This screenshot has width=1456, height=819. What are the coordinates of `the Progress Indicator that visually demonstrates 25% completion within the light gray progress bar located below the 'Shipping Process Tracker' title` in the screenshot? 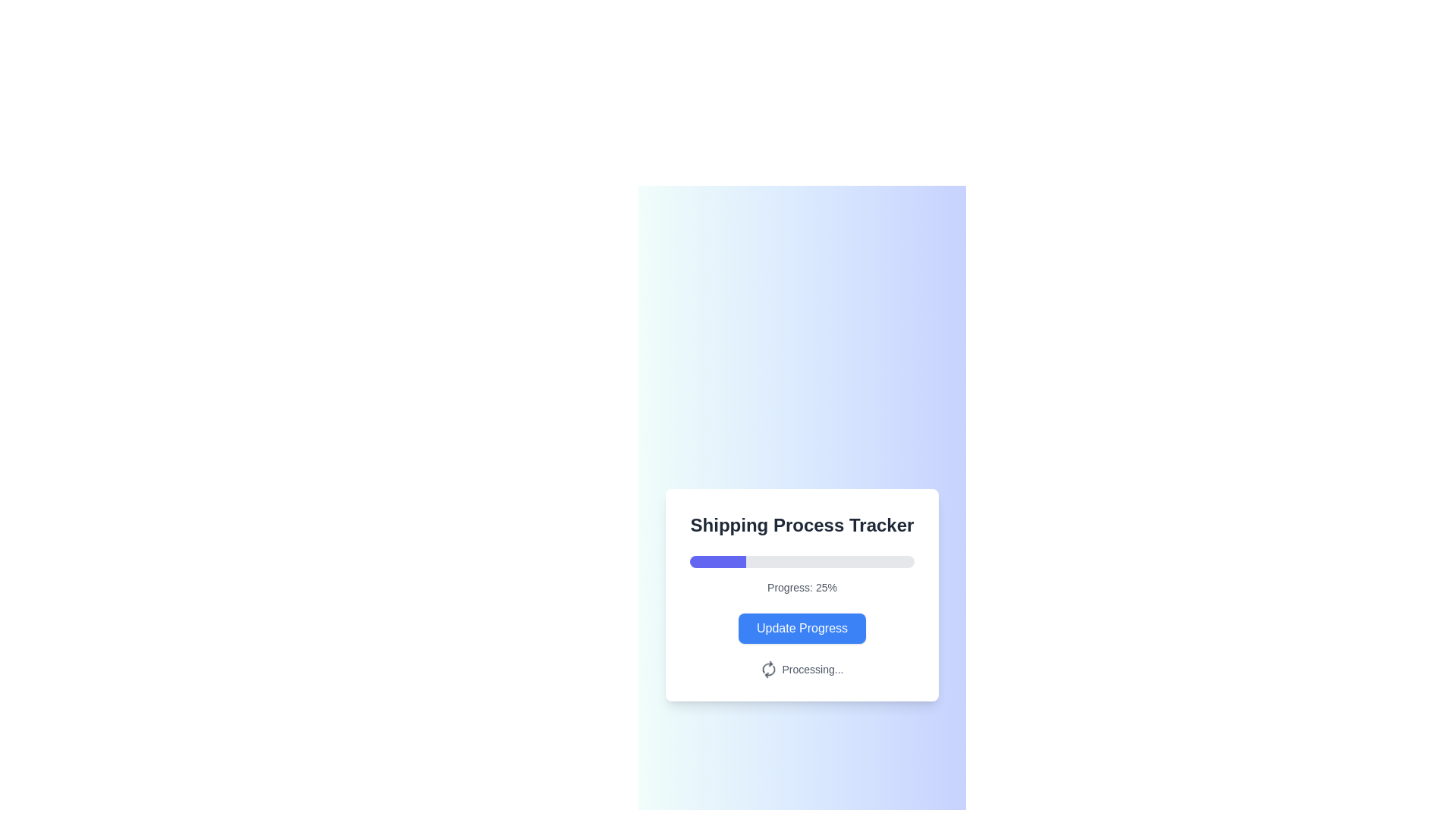 It's located at (717, 561).